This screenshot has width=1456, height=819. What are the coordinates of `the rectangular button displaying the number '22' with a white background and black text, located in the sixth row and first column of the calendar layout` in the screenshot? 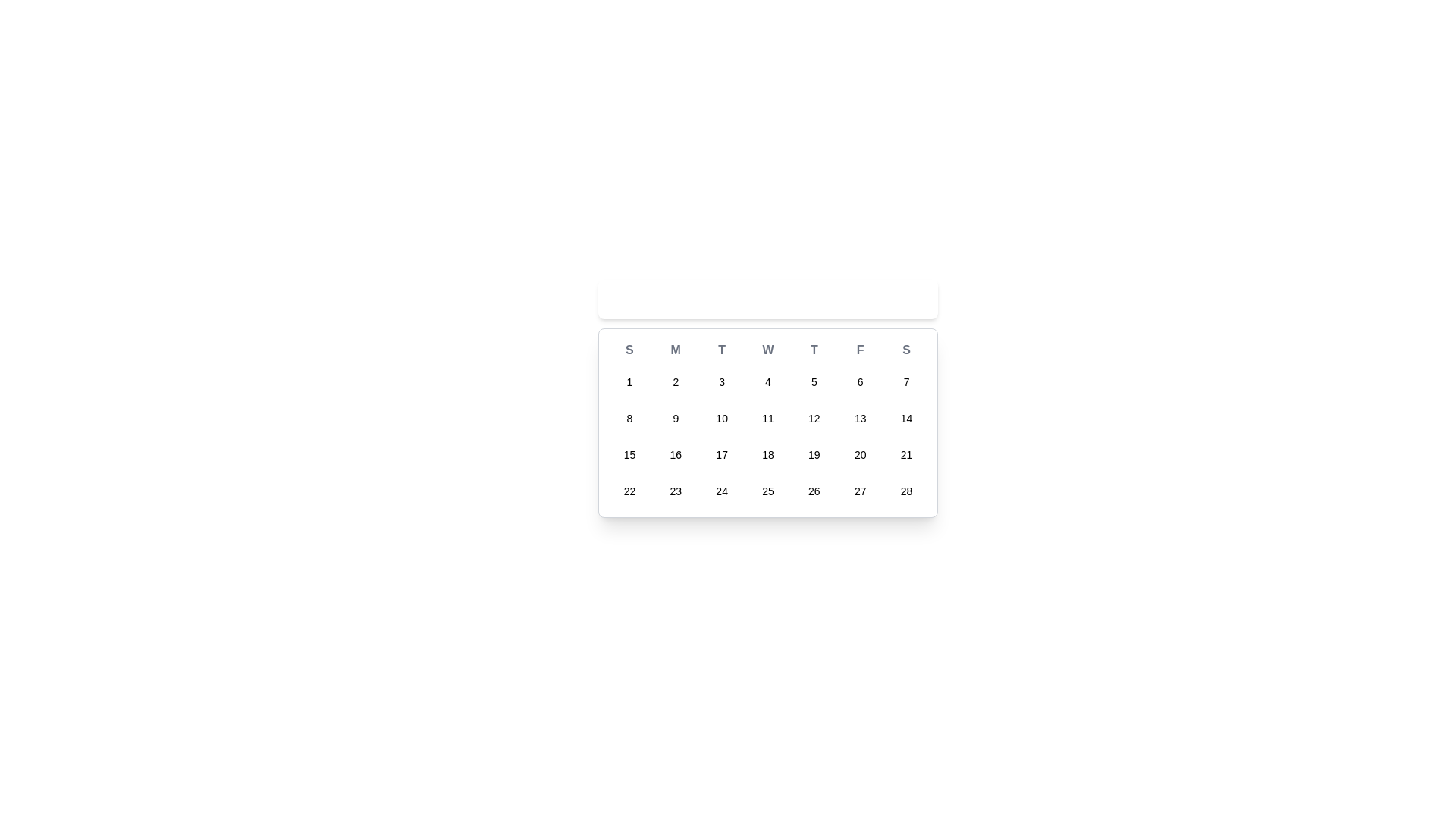 It's located at (629, 491).